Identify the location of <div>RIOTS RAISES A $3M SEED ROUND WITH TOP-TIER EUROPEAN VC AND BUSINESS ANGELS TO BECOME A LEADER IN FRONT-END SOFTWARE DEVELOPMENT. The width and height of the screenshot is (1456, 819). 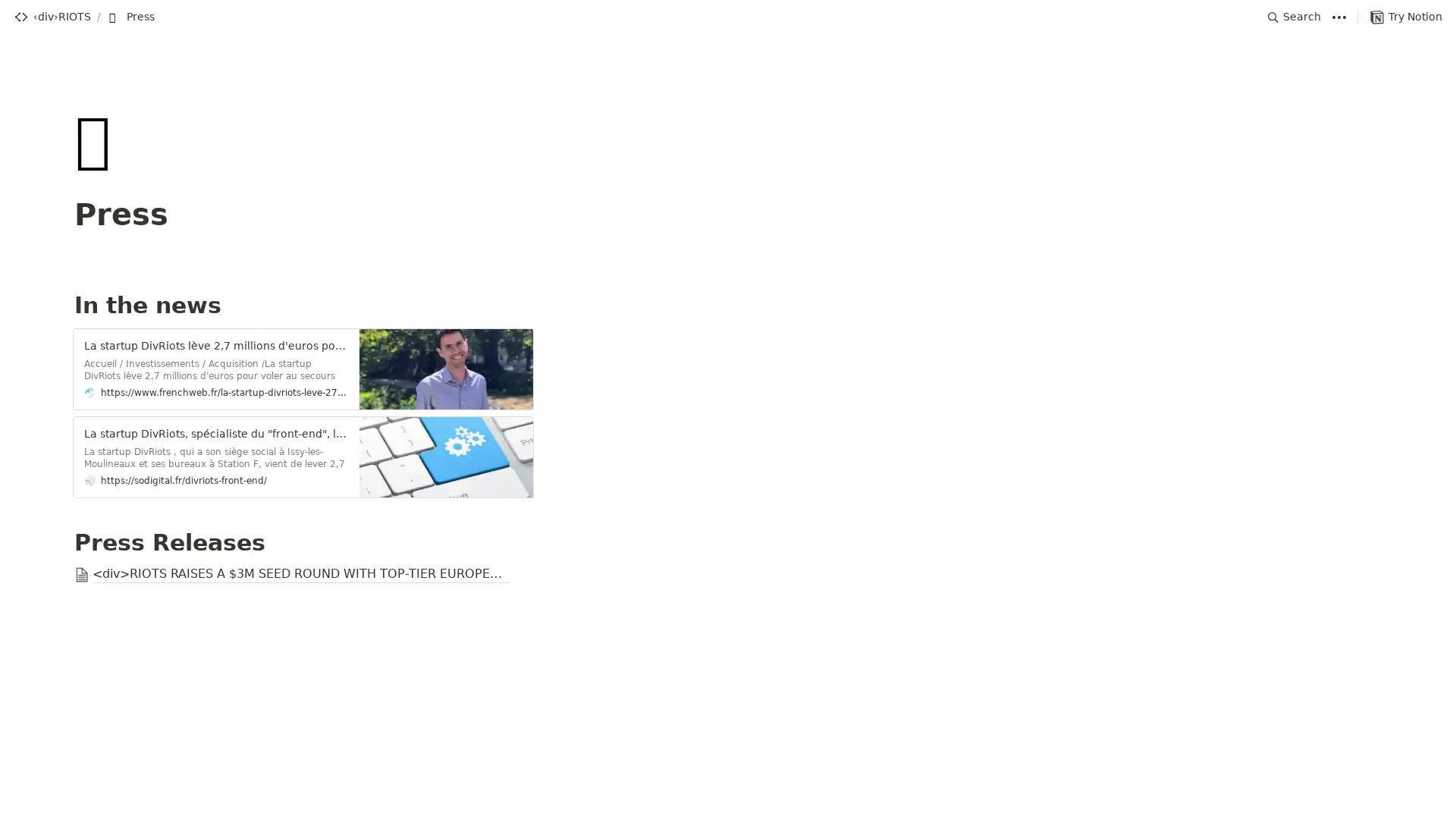
(728, 575).